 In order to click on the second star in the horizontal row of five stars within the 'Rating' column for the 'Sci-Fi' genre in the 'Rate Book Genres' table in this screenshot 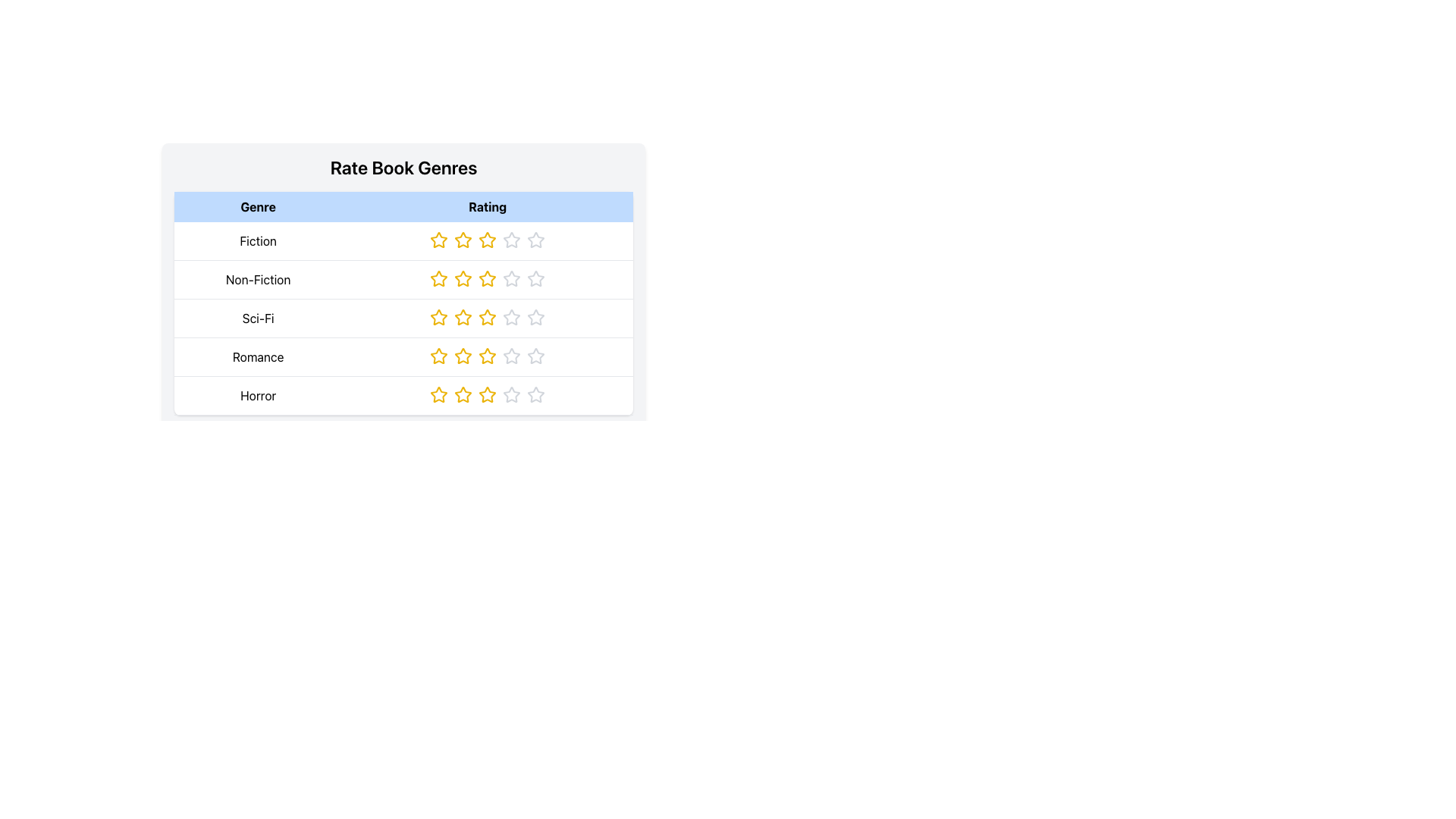, I will do `click(438, 317)`.